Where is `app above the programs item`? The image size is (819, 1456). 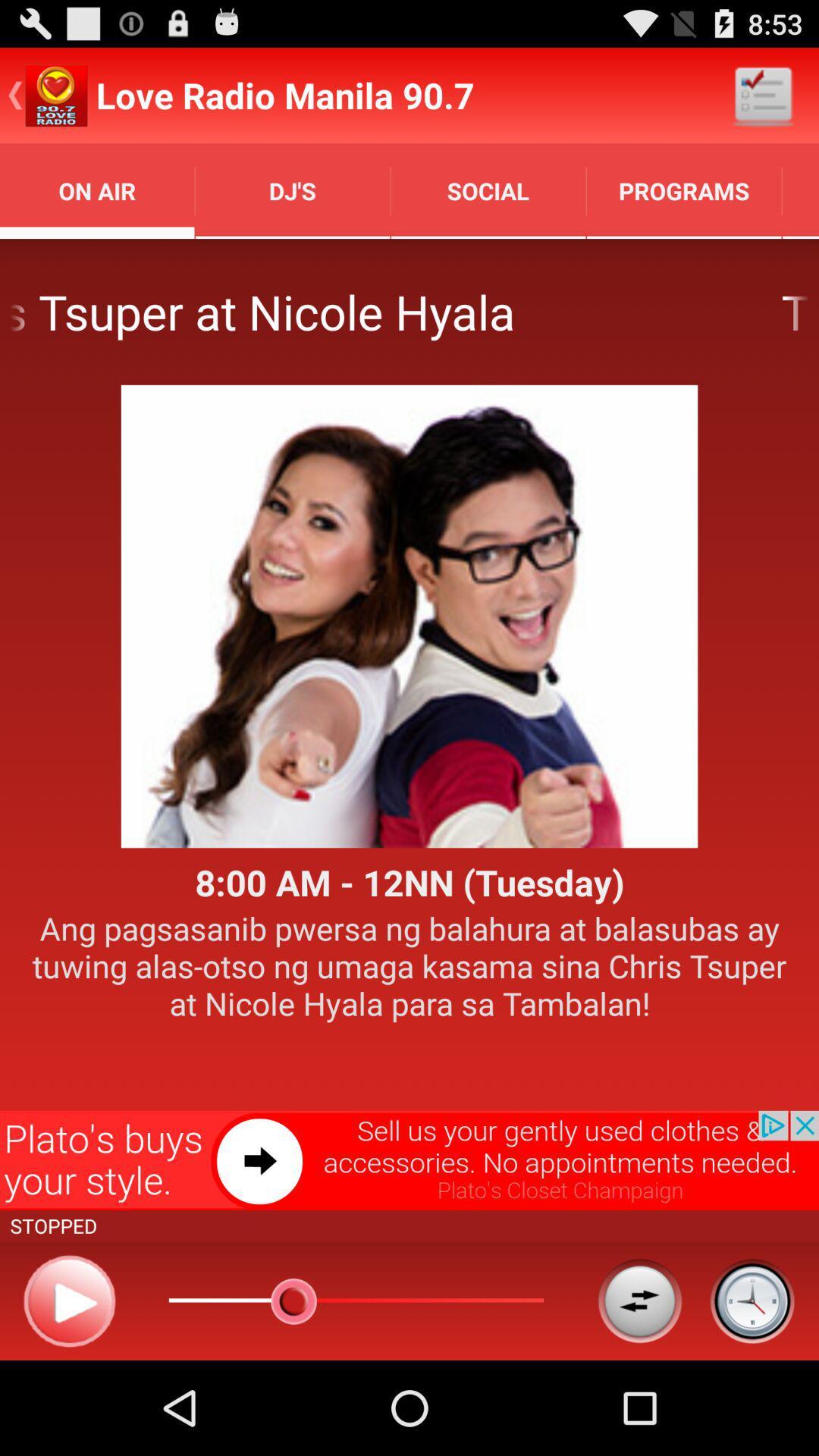 app above the programs item is located at coordinates (763, 94).